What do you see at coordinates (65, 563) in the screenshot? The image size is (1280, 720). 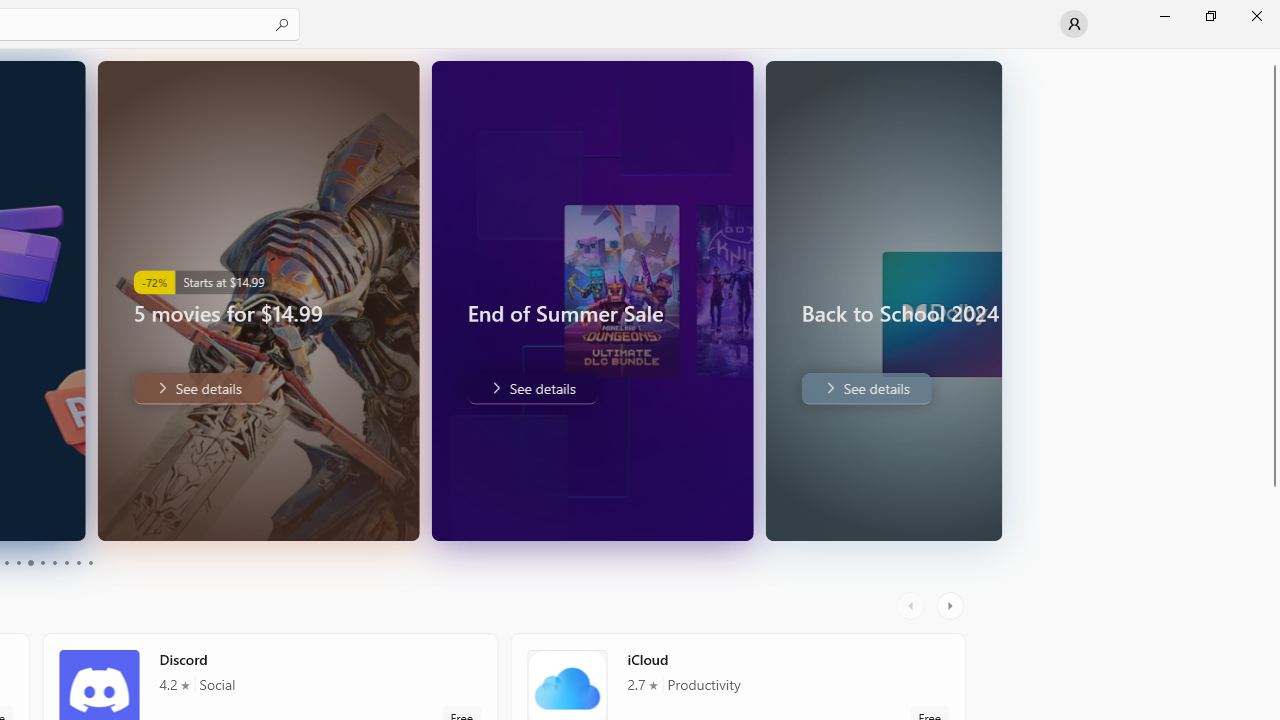 I see `'Page 8'` at bounding box center [65, 563].